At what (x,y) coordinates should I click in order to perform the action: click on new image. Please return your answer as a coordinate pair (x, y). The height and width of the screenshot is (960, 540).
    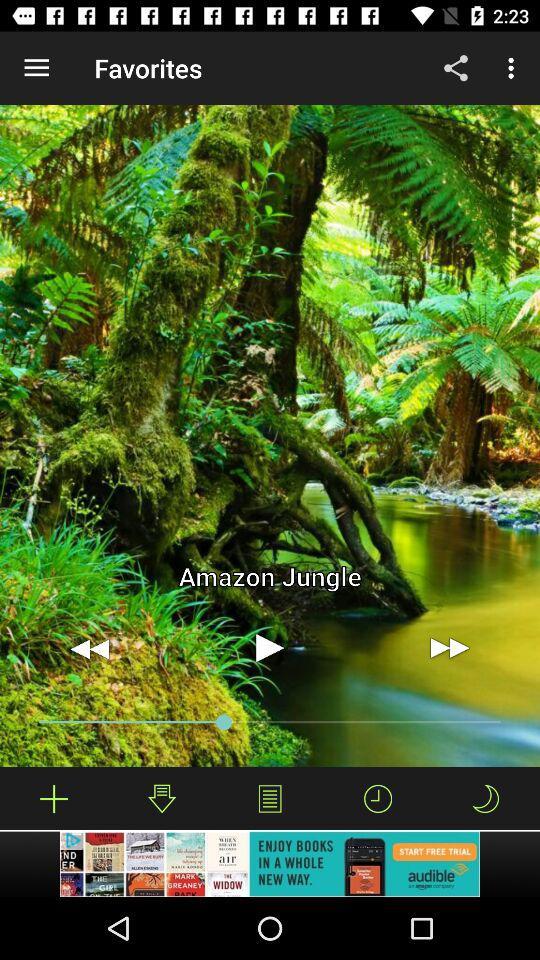
    Looking at the image, I should click on (54, 798).